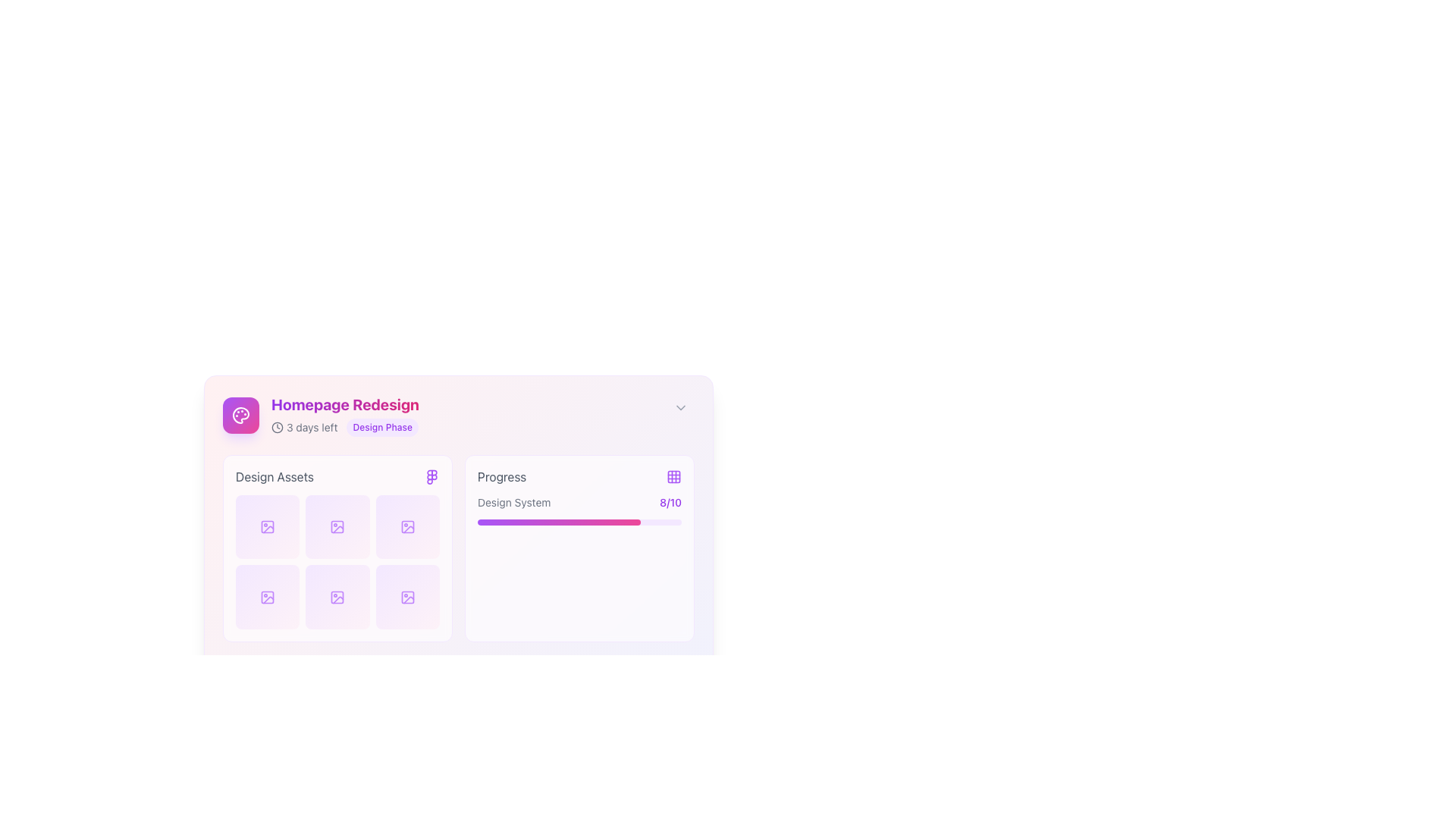  Describe the element at coordinates (337, 526) in the screenshot. I see `the design asset icon located` at that location.